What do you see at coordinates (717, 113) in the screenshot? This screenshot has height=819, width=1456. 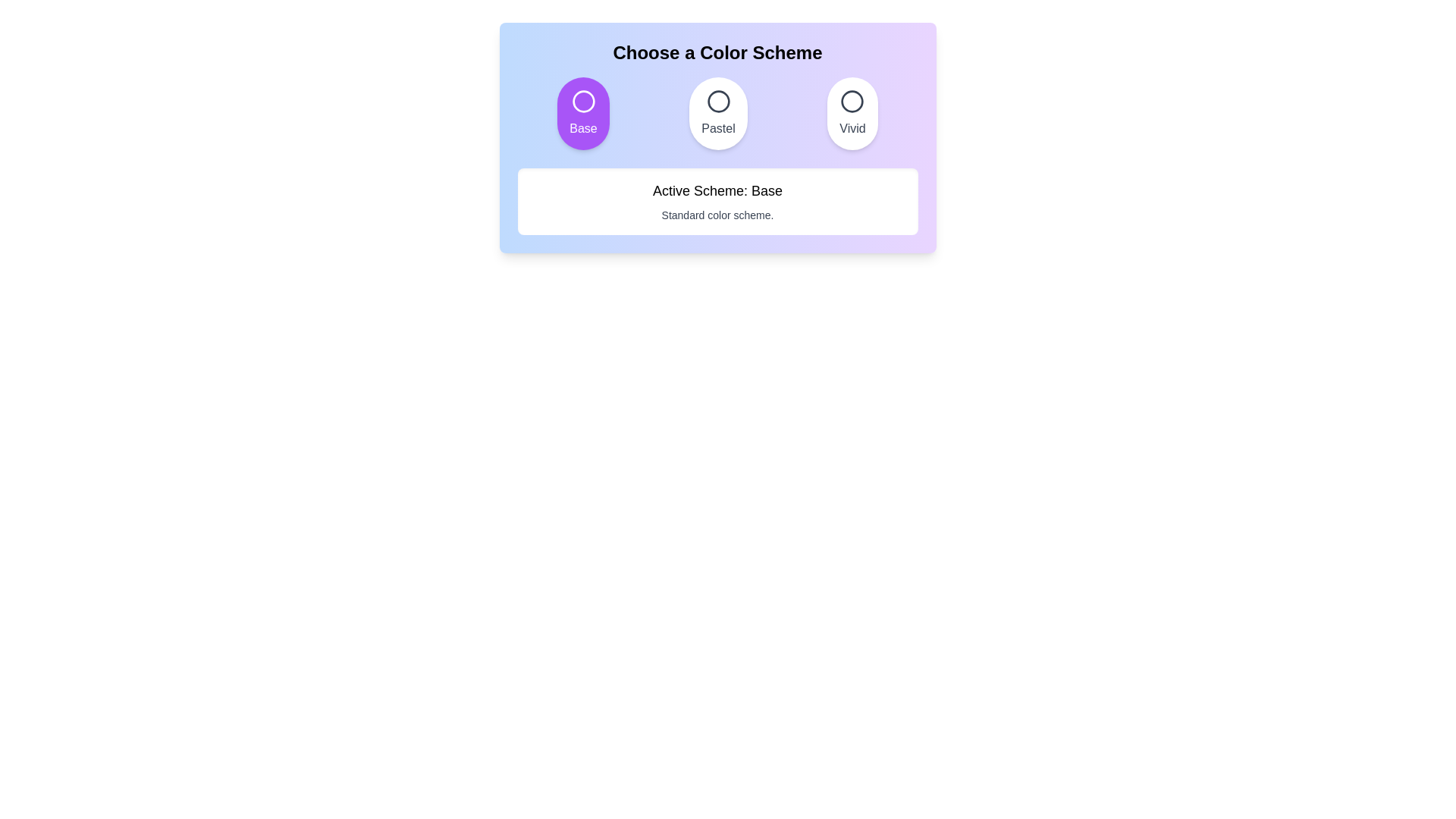 I see `the color scheme Pastel by clicking its corresponding button` at bounding box center [717, 113].